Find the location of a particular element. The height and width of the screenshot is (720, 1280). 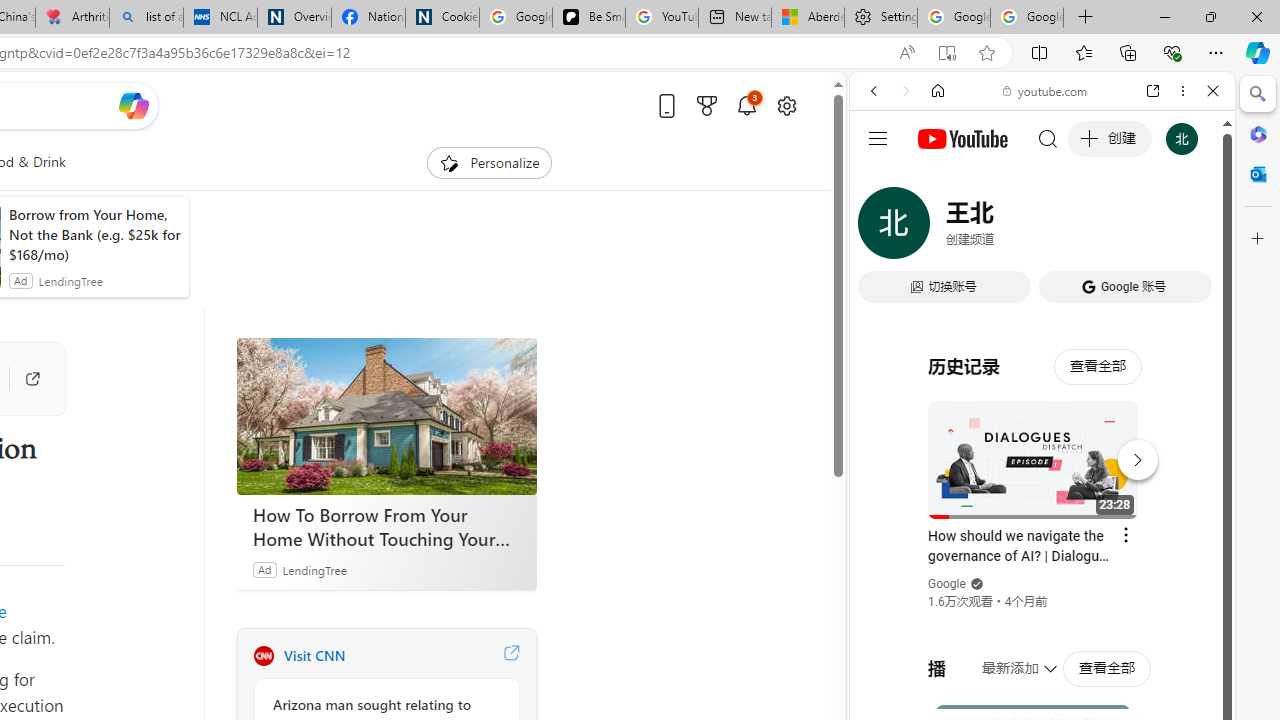

'VIDEOS' is located at coordinates (1006, 227).